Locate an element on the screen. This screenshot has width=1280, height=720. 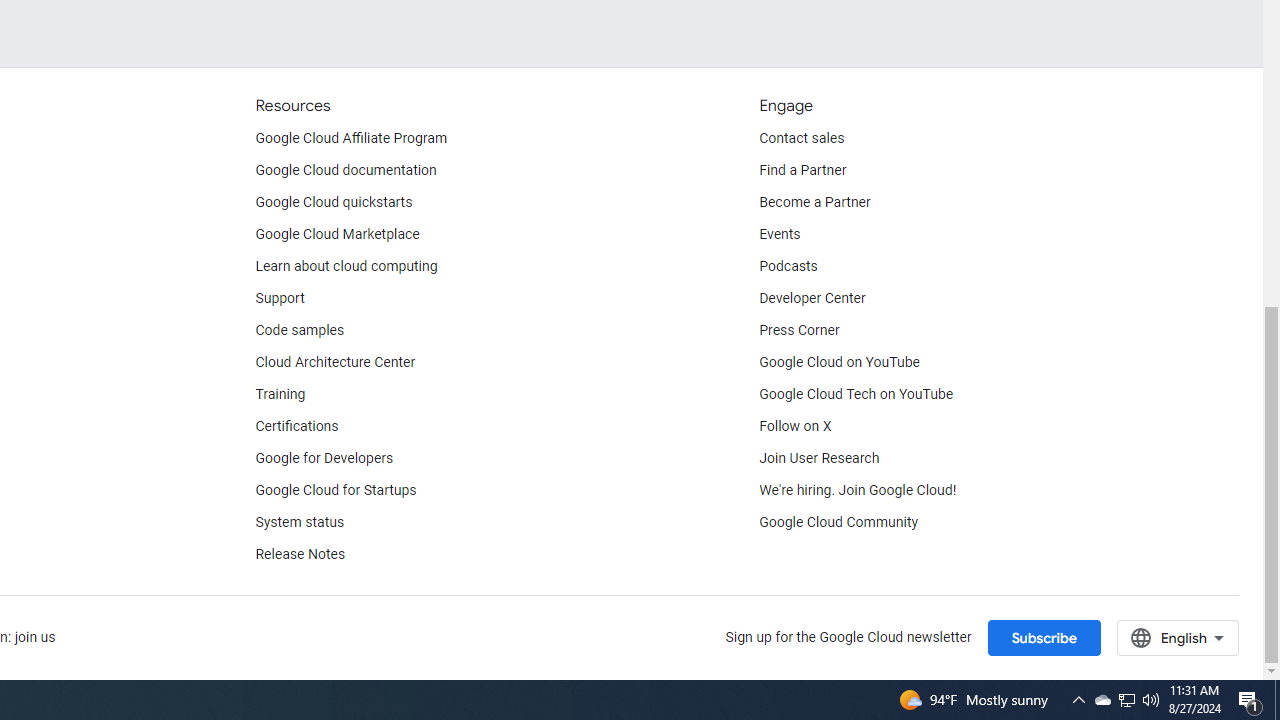
'Learn about cloud computing' is located at coordinates (346, 266).